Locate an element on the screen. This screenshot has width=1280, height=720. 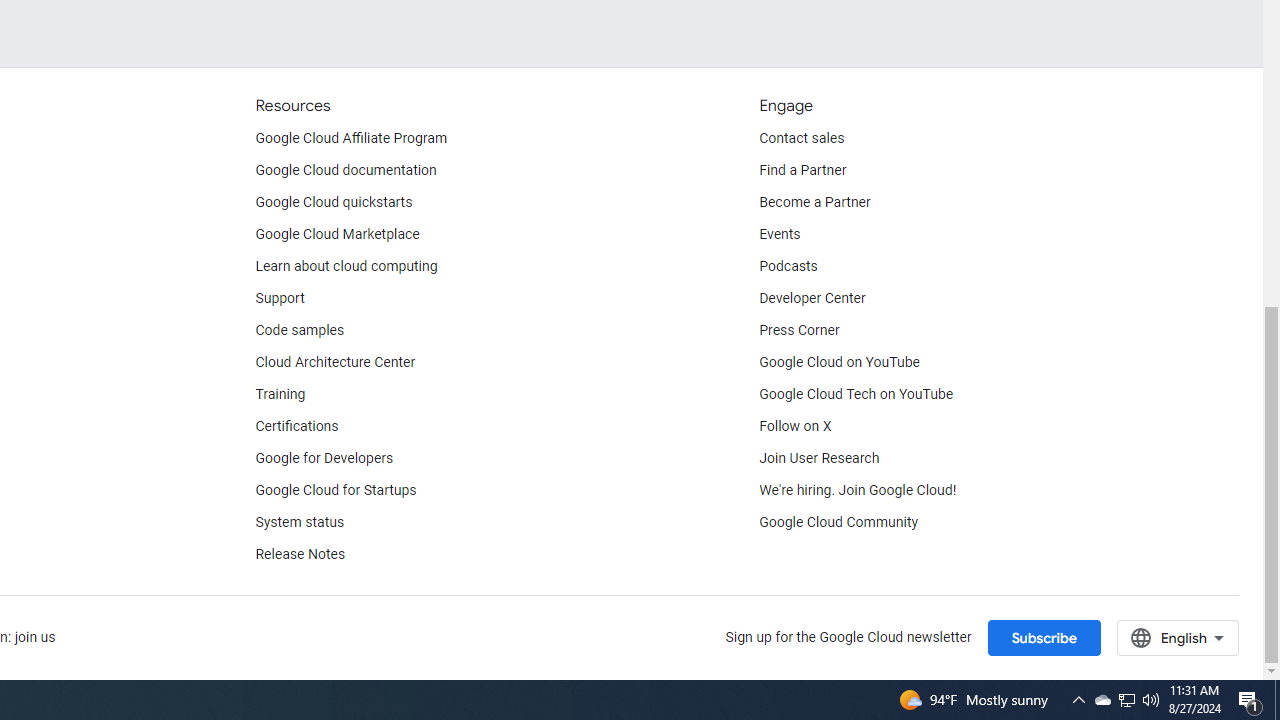
'Learn about cloud computing' is located at coordinates (346, 266).